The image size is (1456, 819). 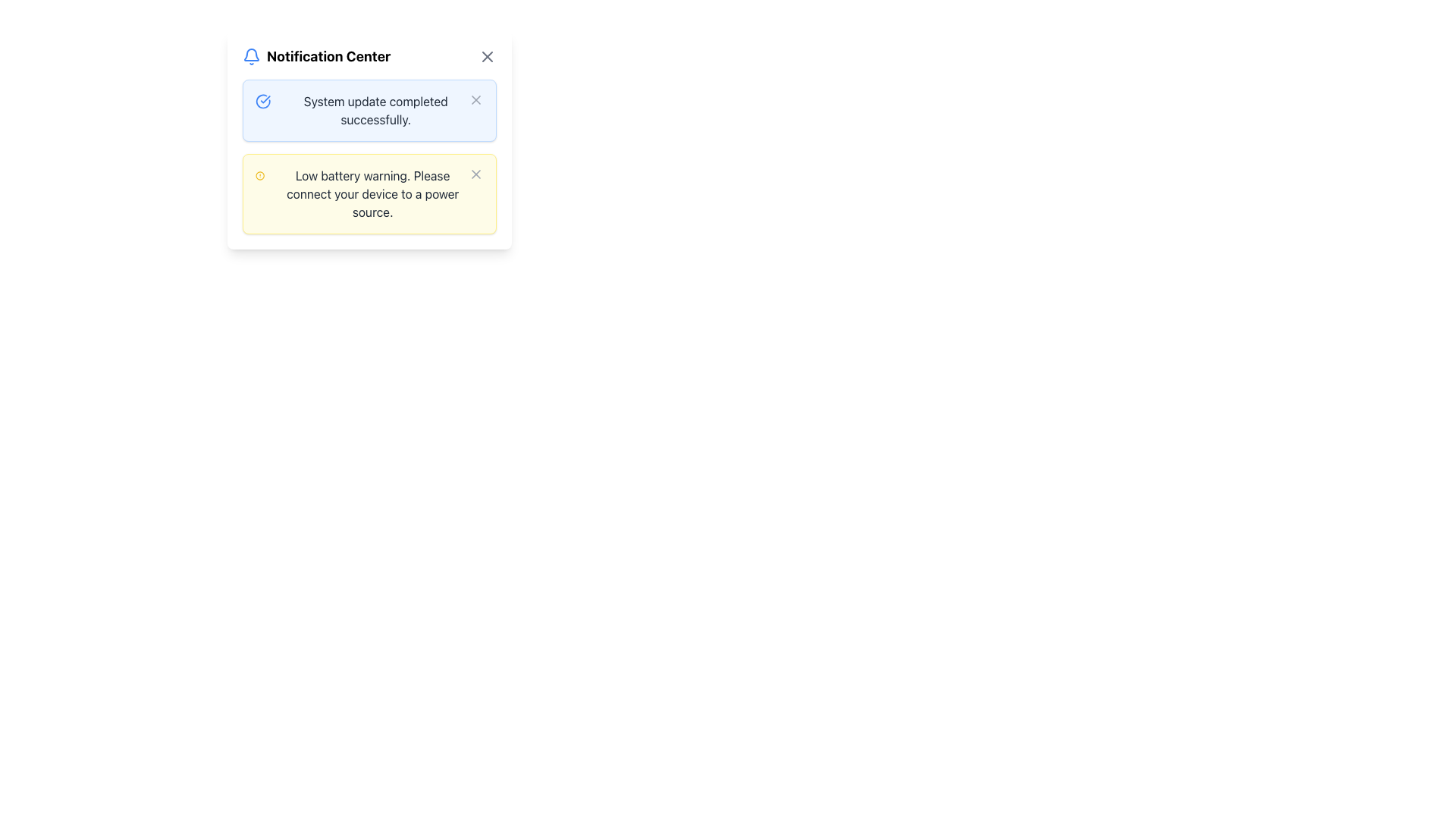 I want to click on the close button located within the notification box, so click(x=475, y=99).